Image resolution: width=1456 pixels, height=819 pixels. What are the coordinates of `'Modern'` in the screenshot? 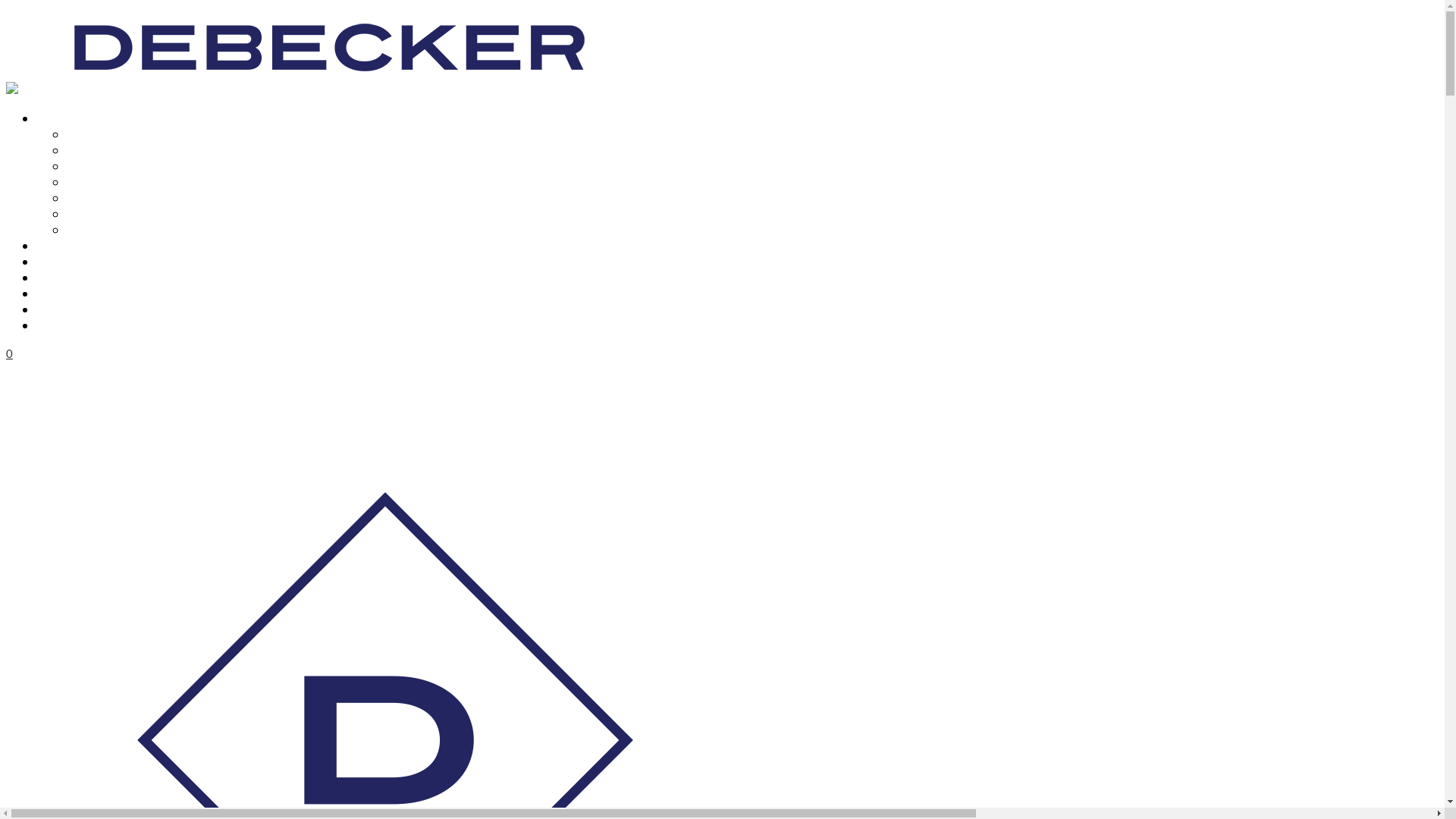 It's located at (86, 165).